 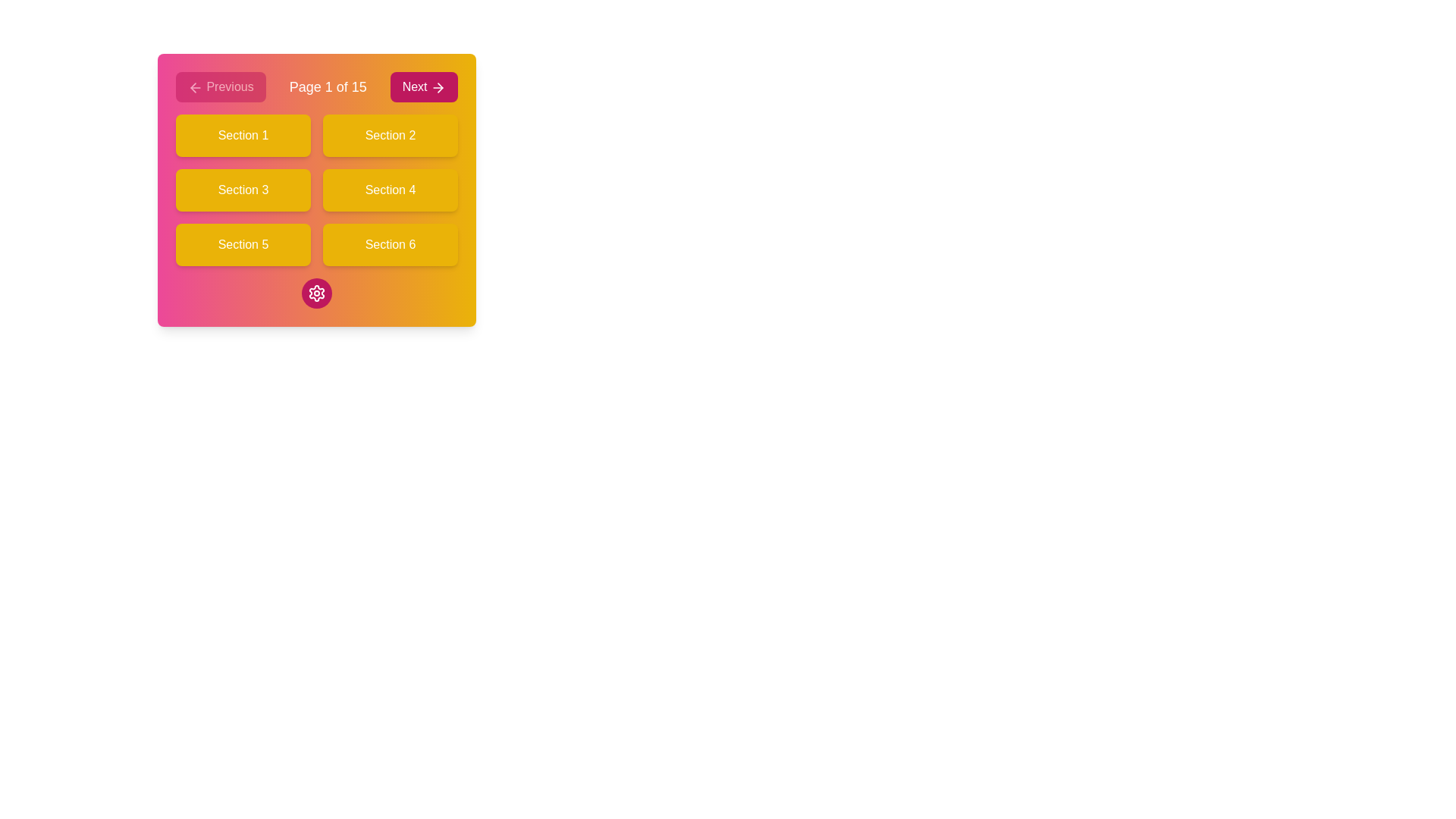 What do you see at coordinates (390, 244) in the screenshot?
I see `the interactive button labeled 'Section 6' located in the bottom-right quadrant of the grid` at bounding box center [390, 244].